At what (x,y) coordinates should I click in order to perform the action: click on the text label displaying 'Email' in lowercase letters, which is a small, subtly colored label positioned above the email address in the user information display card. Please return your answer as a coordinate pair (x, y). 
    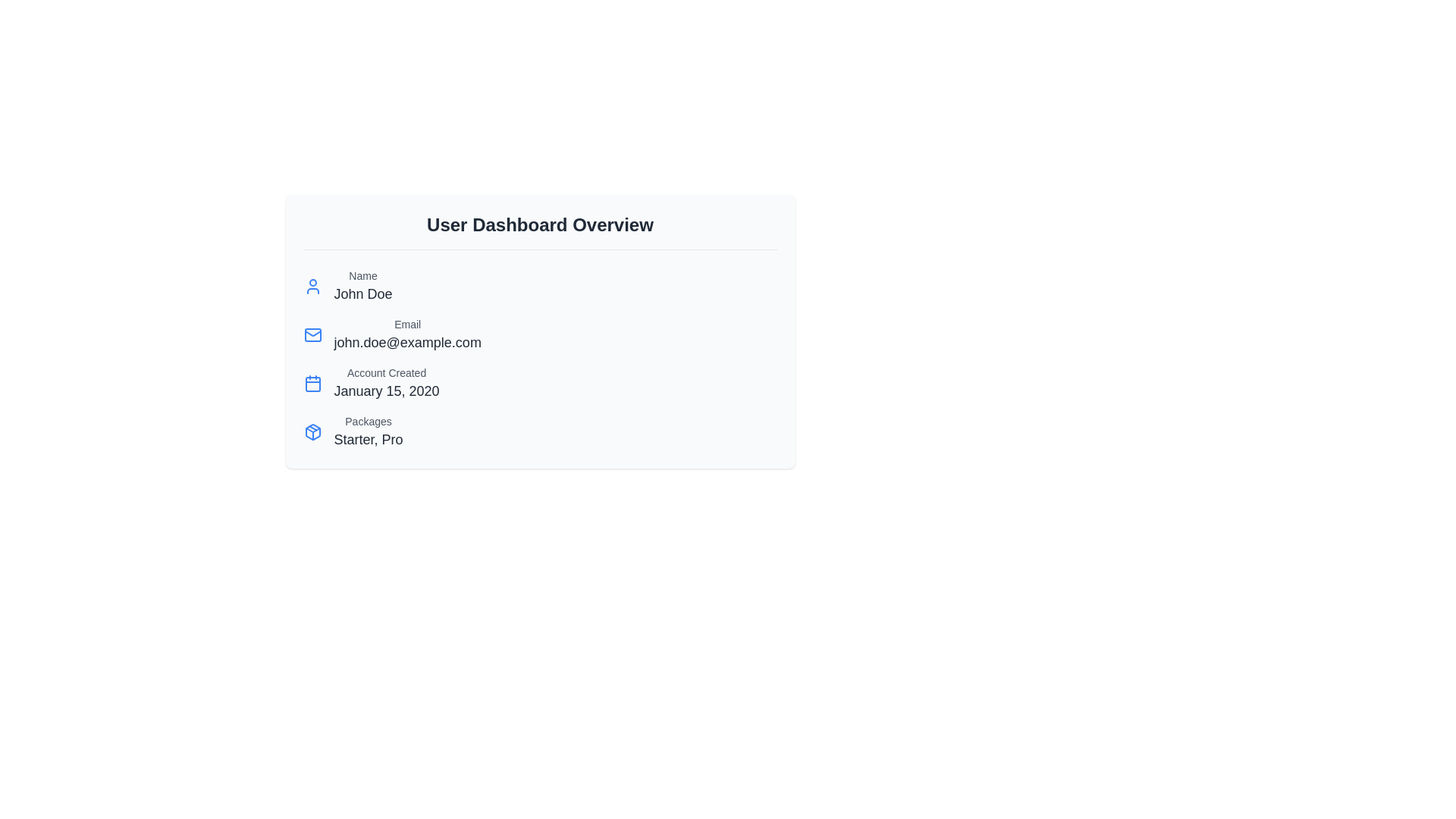
    Looking at the image, I should click on (407, 324).